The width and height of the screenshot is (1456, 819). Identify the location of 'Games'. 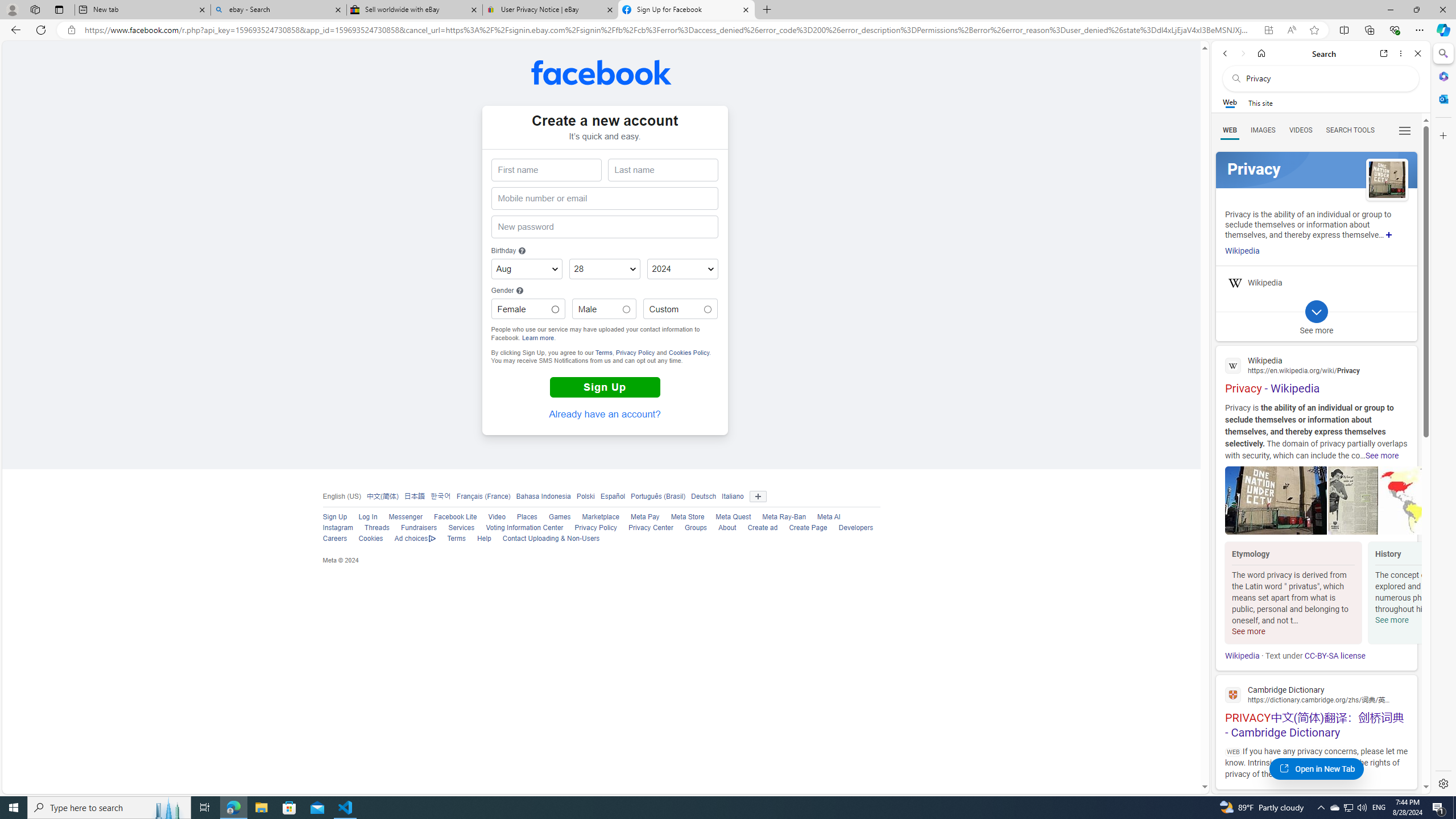
(559, 516).